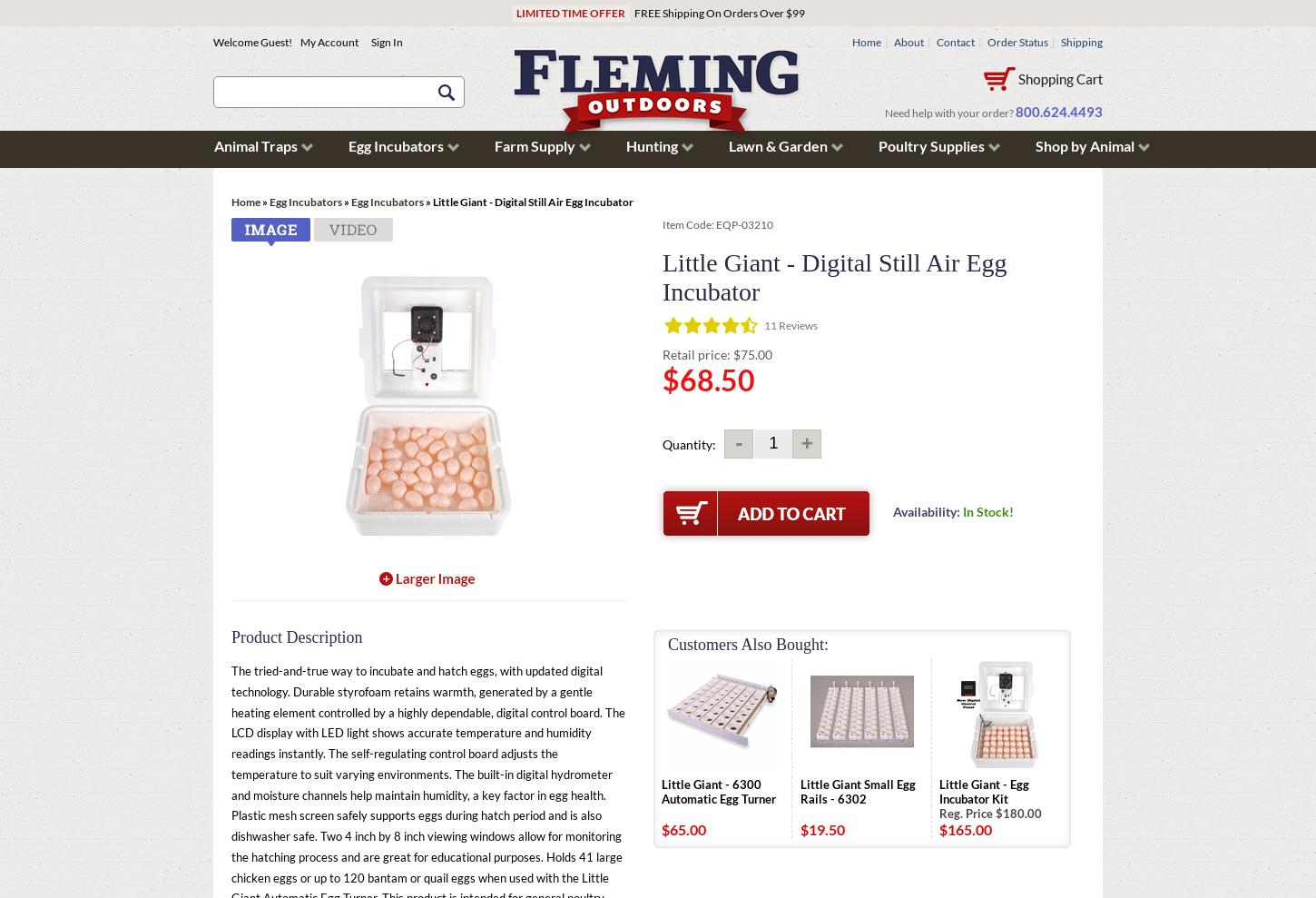 The width and height of the screenshot is (1316, 898). Describe the element at coordinates (690, 442) in the screenshot. I see `'Quantity:'` at that location.